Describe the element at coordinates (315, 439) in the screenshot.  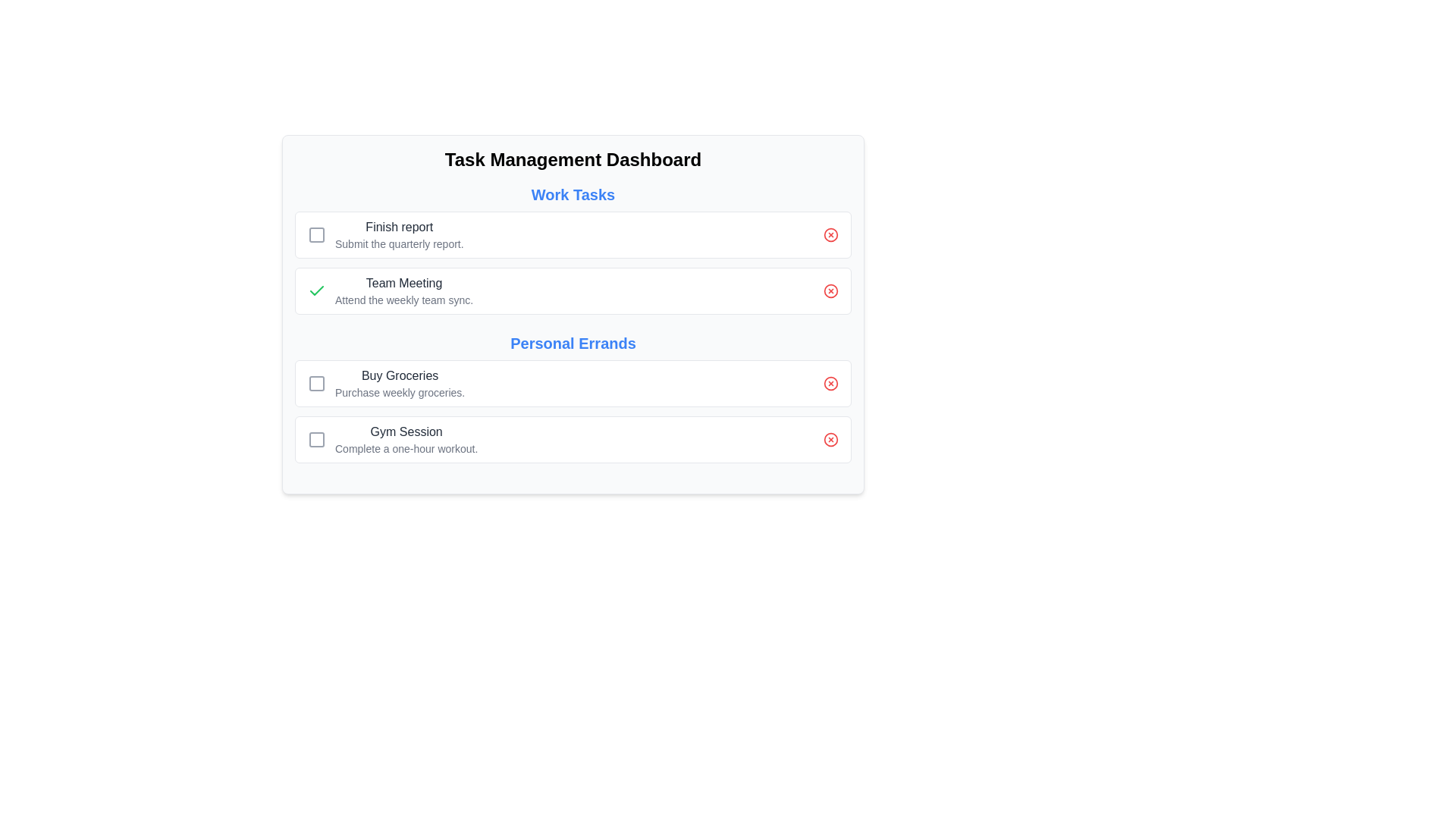
I see `the checkbox-like interactive control` at that location.